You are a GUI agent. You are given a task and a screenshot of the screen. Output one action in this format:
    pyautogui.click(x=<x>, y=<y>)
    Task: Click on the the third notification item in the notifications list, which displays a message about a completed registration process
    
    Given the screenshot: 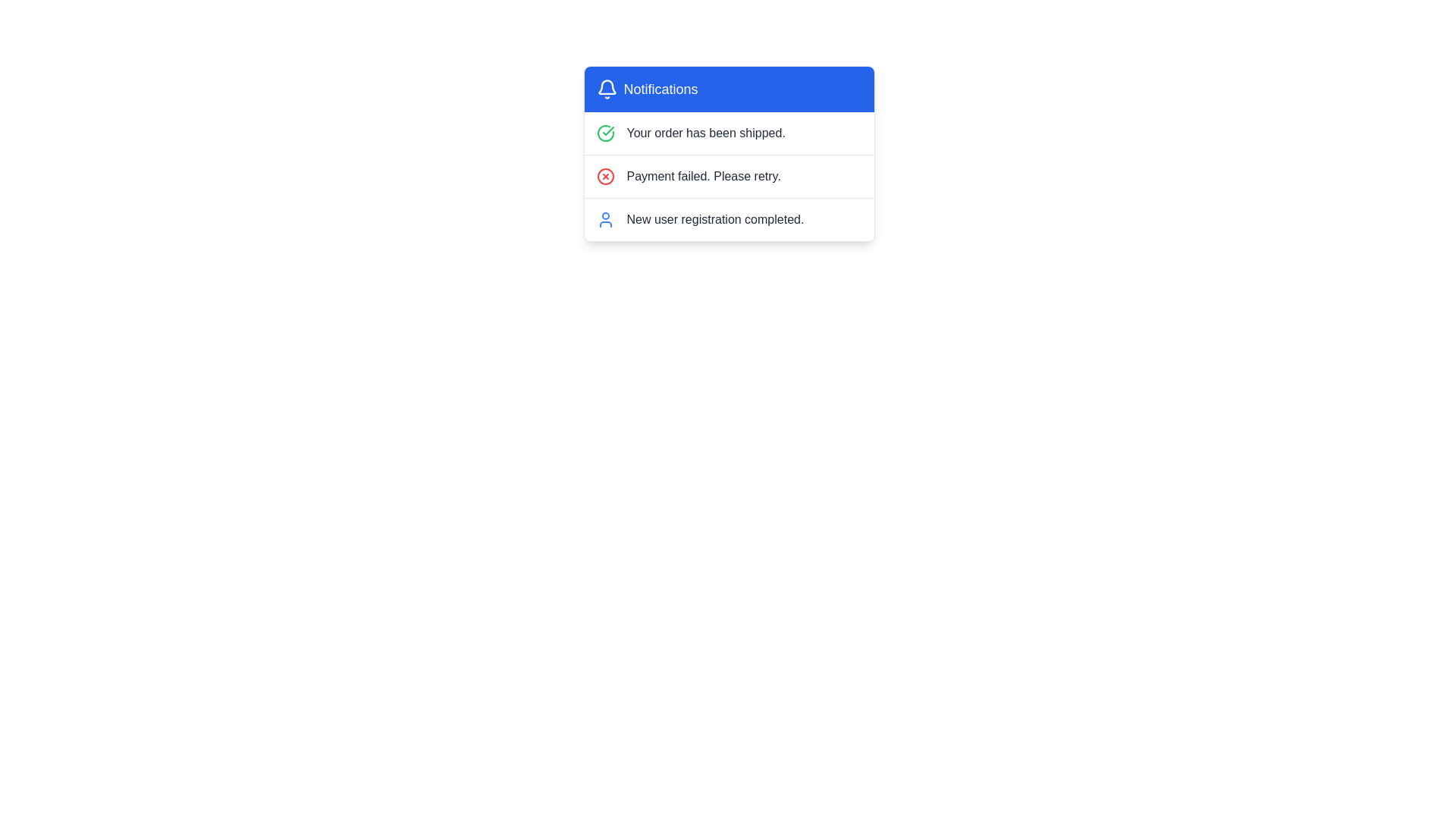 What is the action you would take?
    pyautogui.click(x=714, y=219)
    